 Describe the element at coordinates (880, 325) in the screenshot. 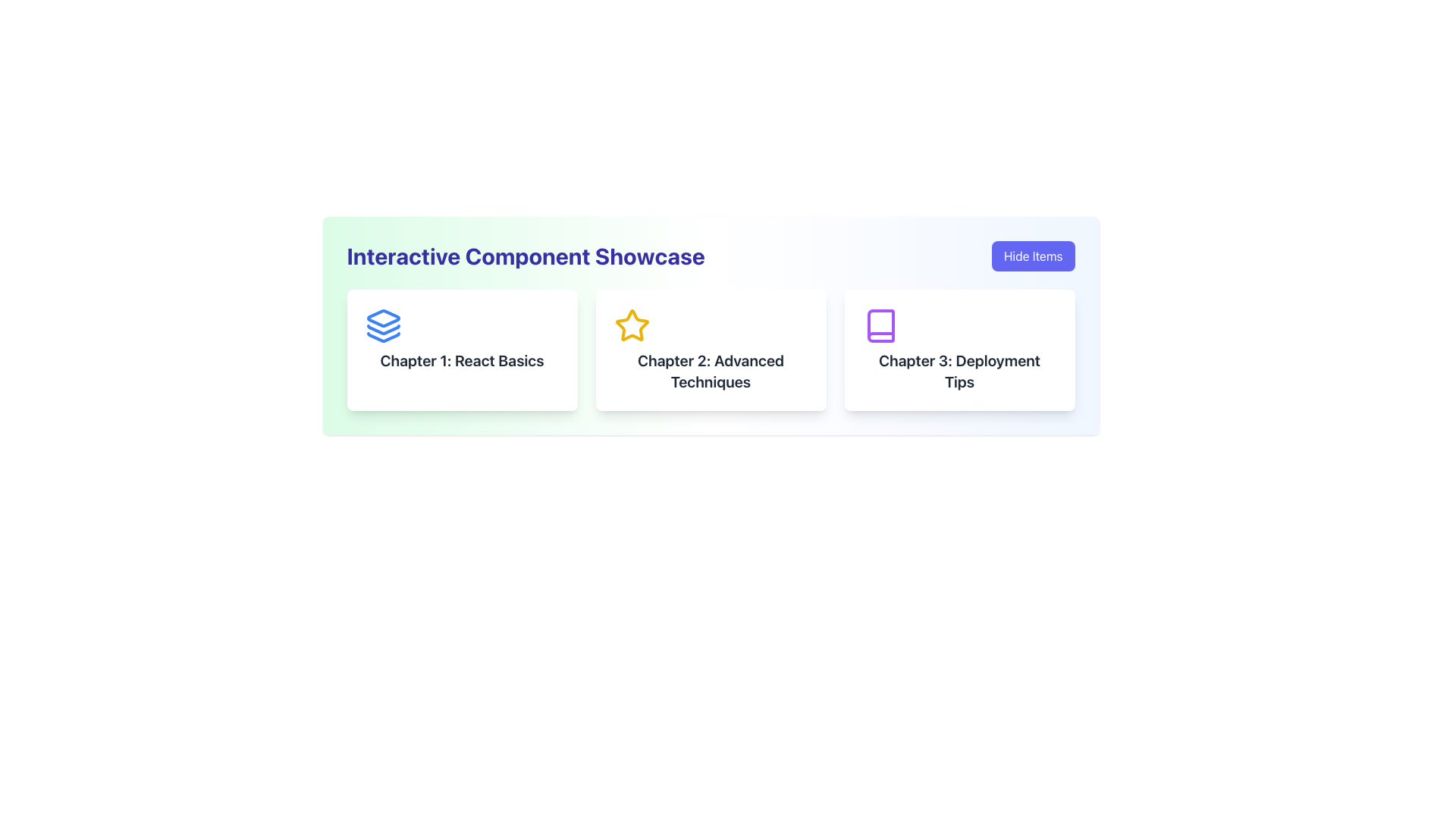

I see `the decorative icon for the information card labeled 'Chapter 3: Deployment Tips', which is located at the top-left corner of the card, just above the text` at that location.